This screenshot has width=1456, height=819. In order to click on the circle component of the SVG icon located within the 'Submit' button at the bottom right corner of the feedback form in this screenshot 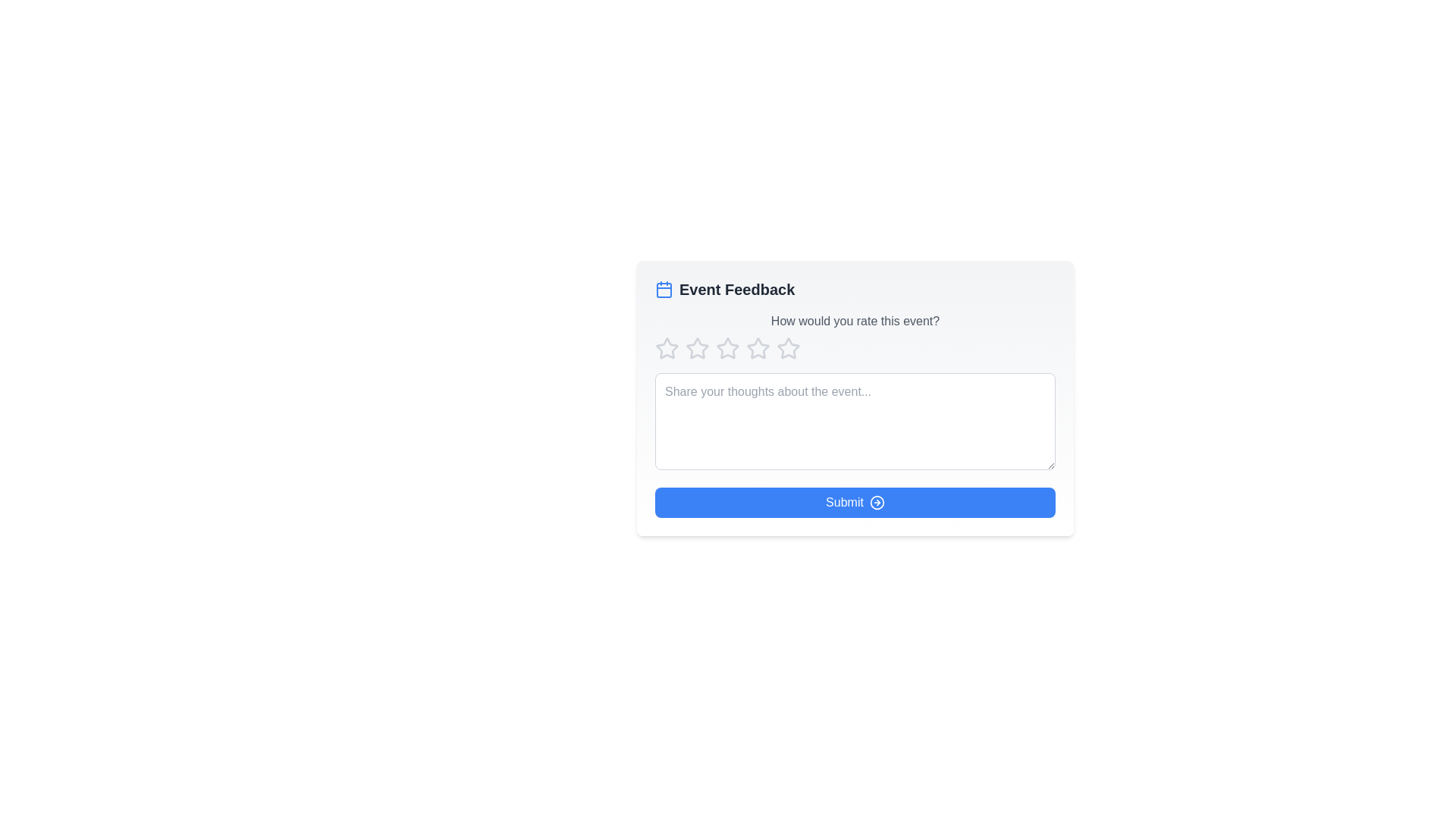, I will do `click(877, 503)`.